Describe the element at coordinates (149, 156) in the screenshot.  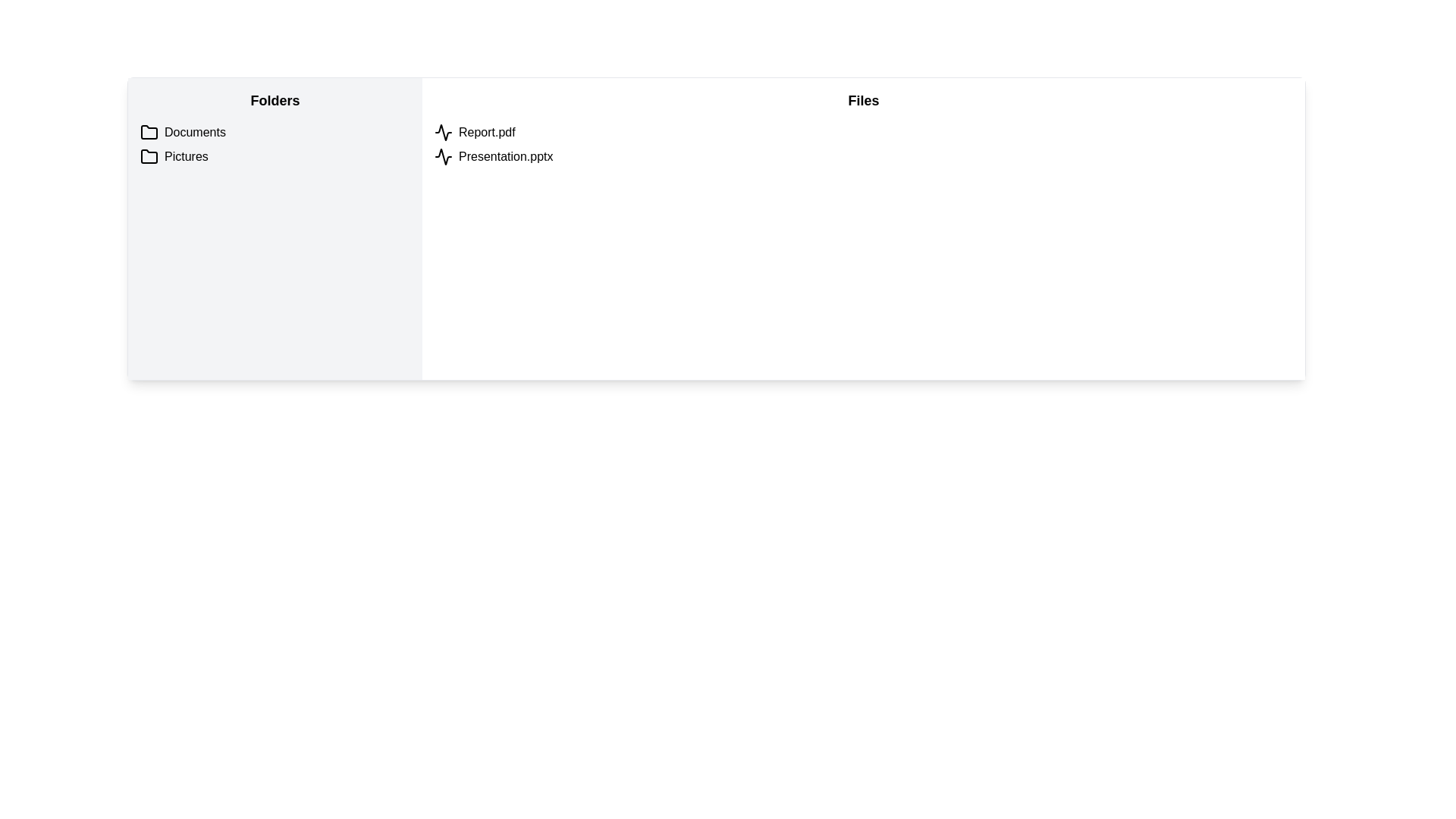
I see `the second folder icon under the 'Folders' section on the left side of the interface` at that location.